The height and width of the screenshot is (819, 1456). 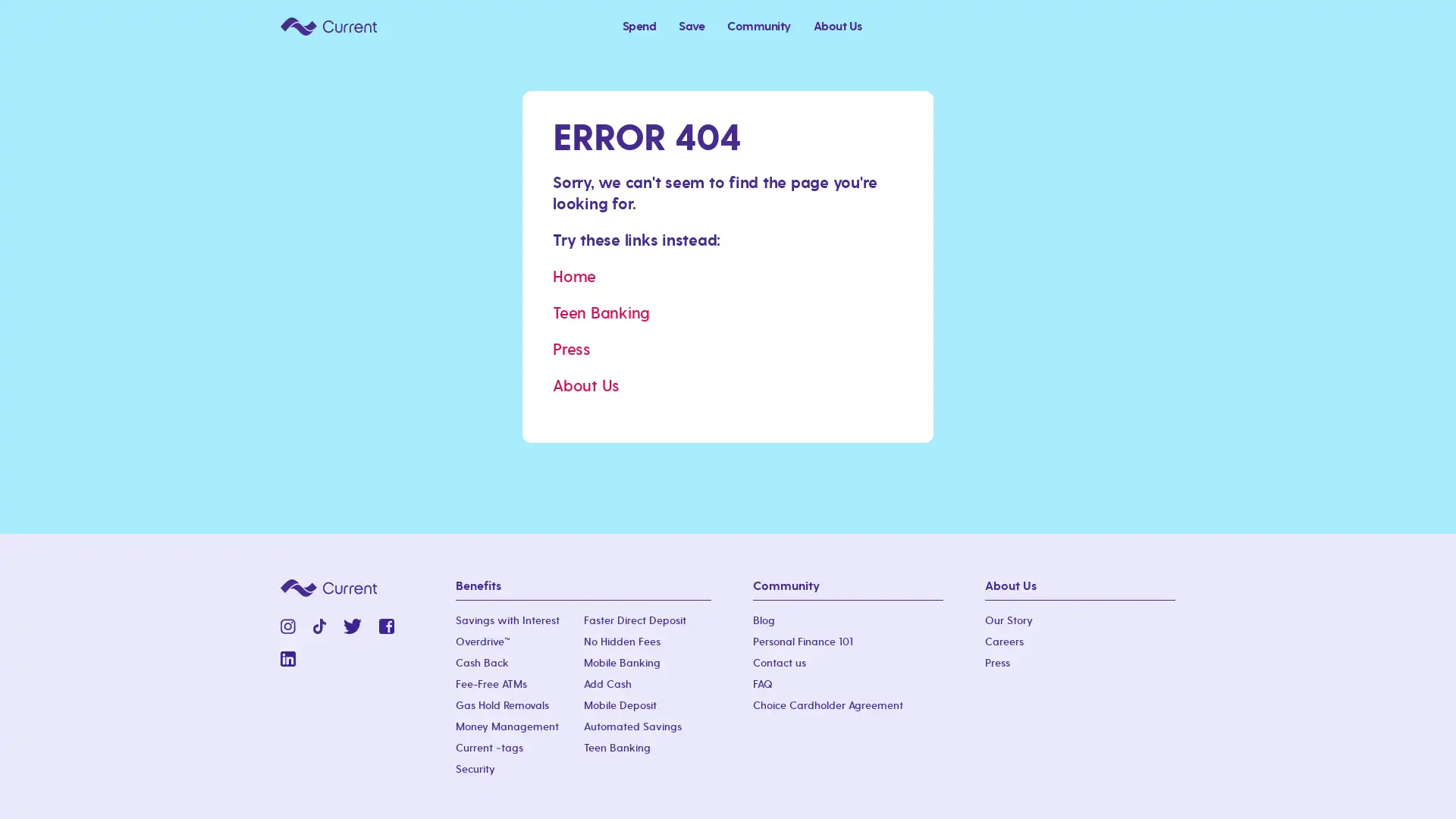 I want to click on Faster Direct Deposit, so click(x=634, y=620).